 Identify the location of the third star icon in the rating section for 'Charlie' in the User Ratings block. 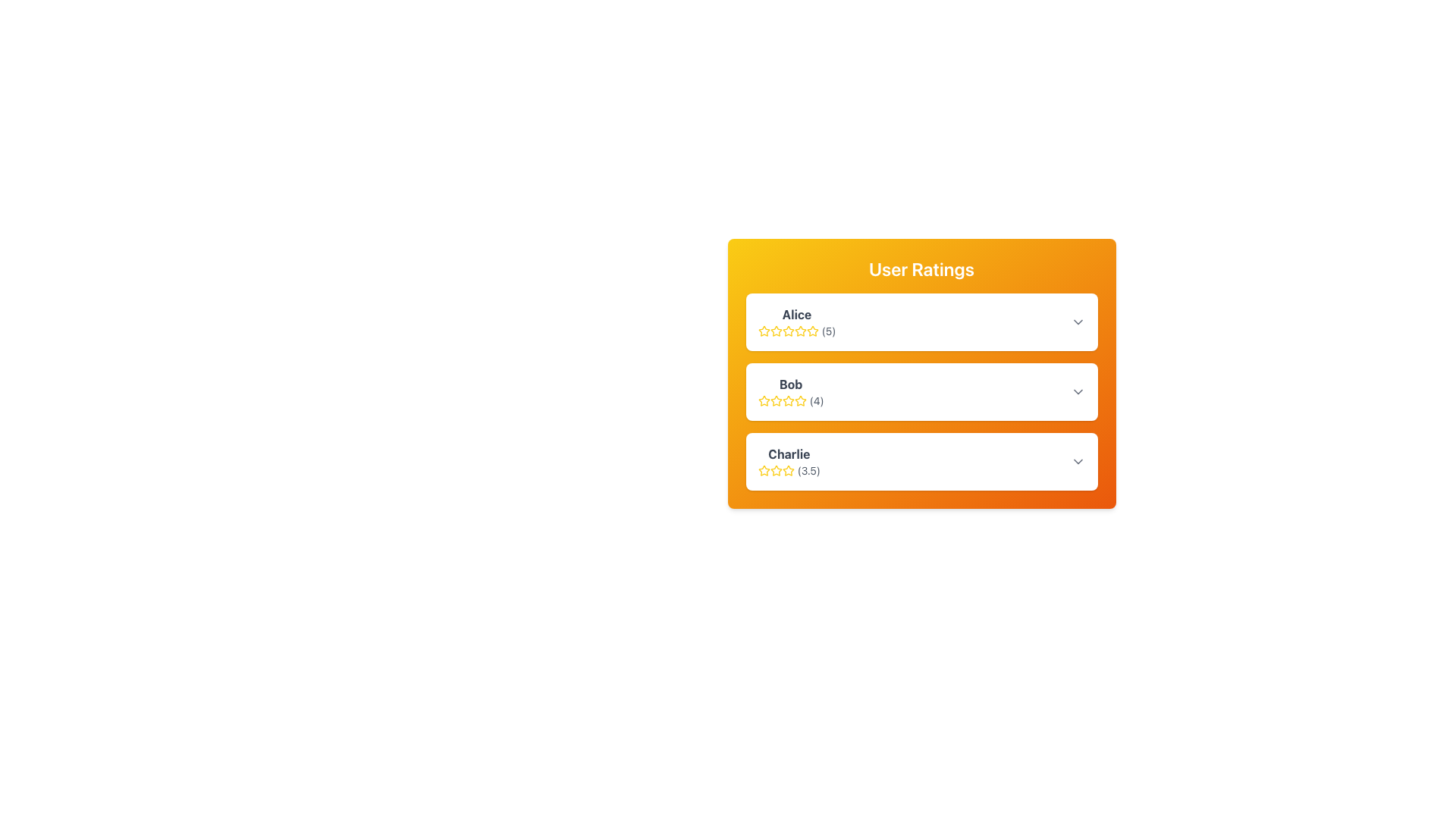
(776, 470).